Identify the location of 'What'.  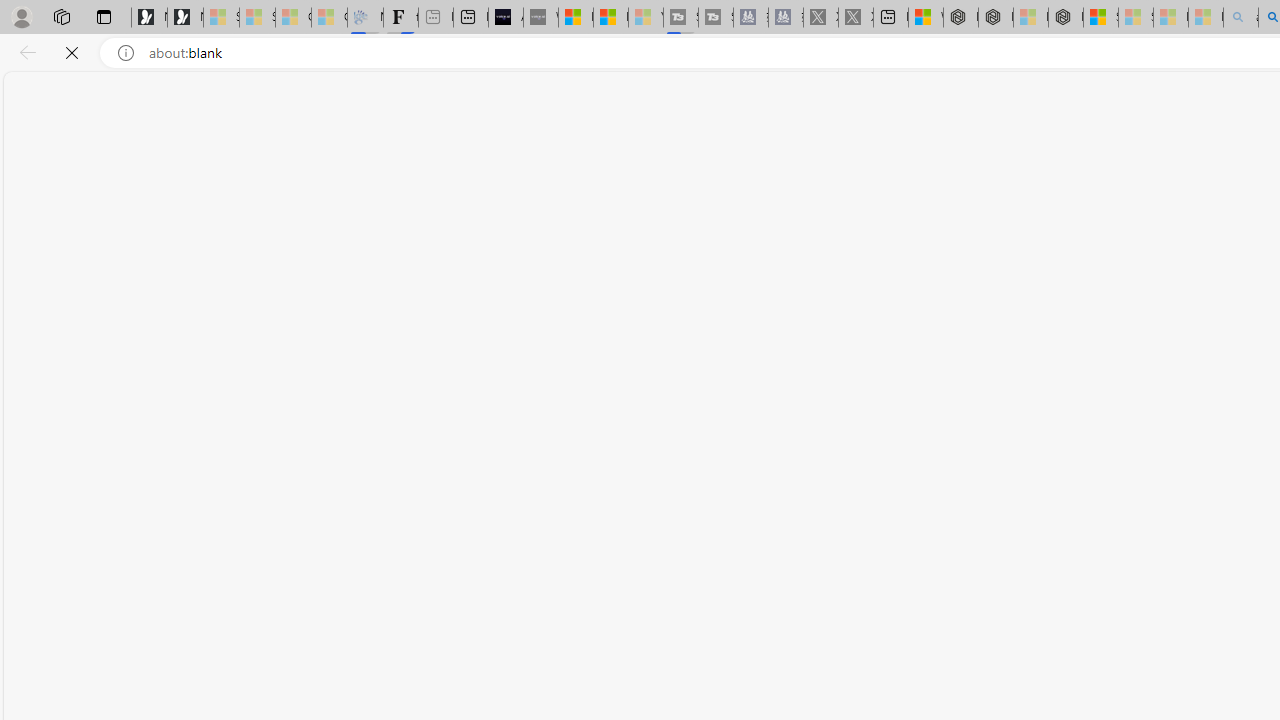
(540, 17).